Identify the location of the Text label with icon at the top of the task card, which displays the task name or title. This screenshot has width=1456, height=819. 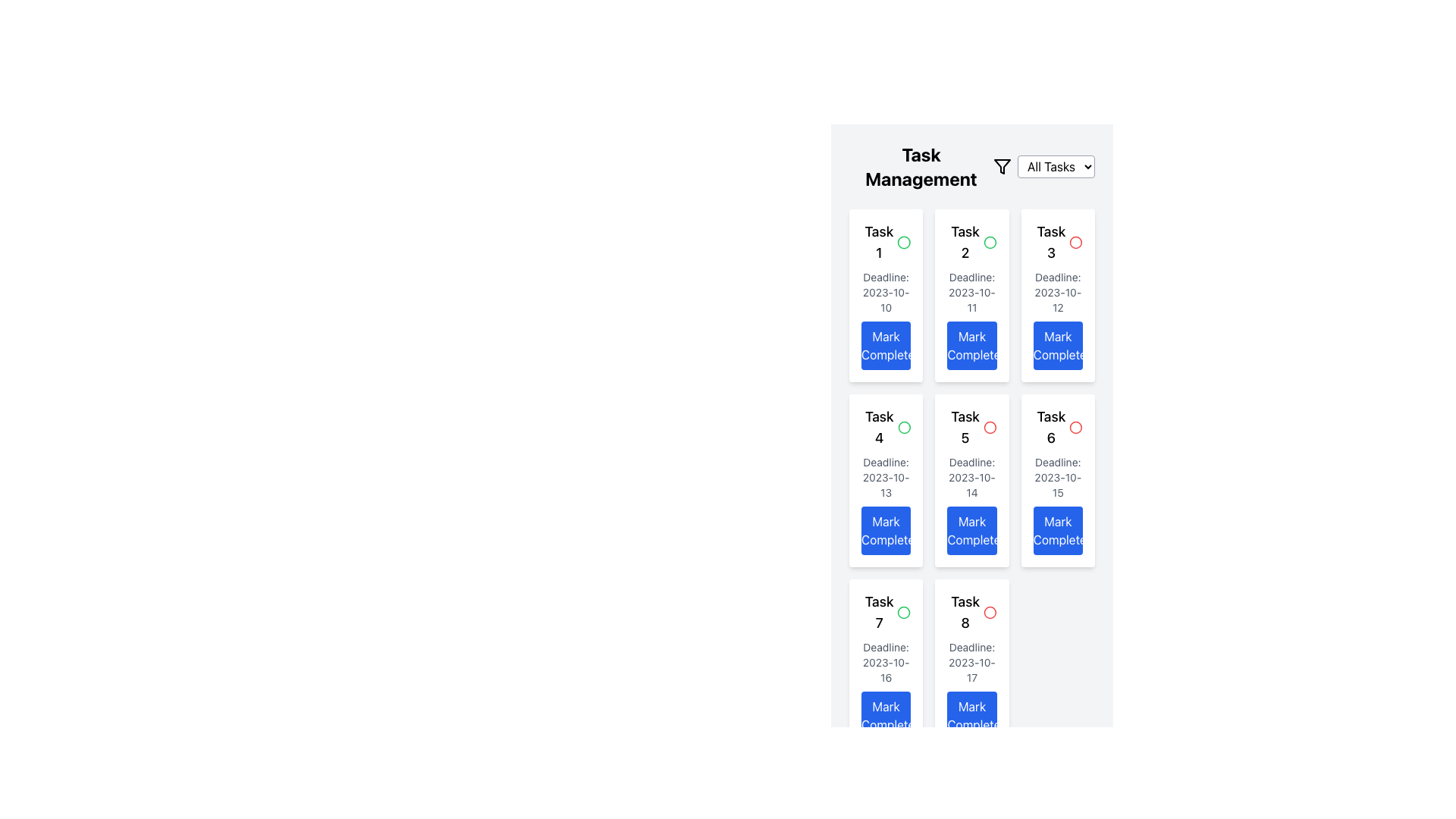
(886, 242).